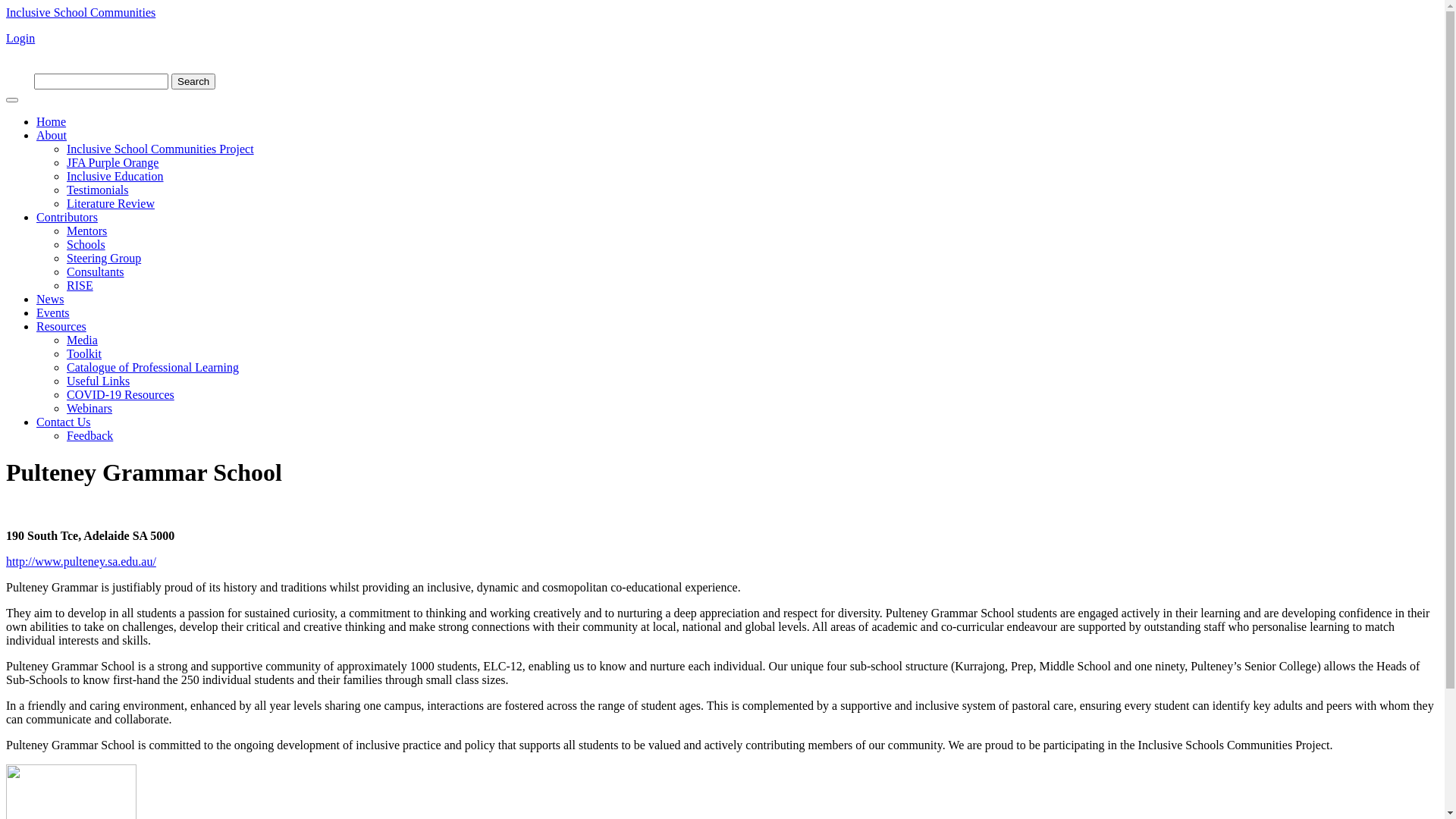  I want to click on 'Inclusive Education', so click(115, 175).